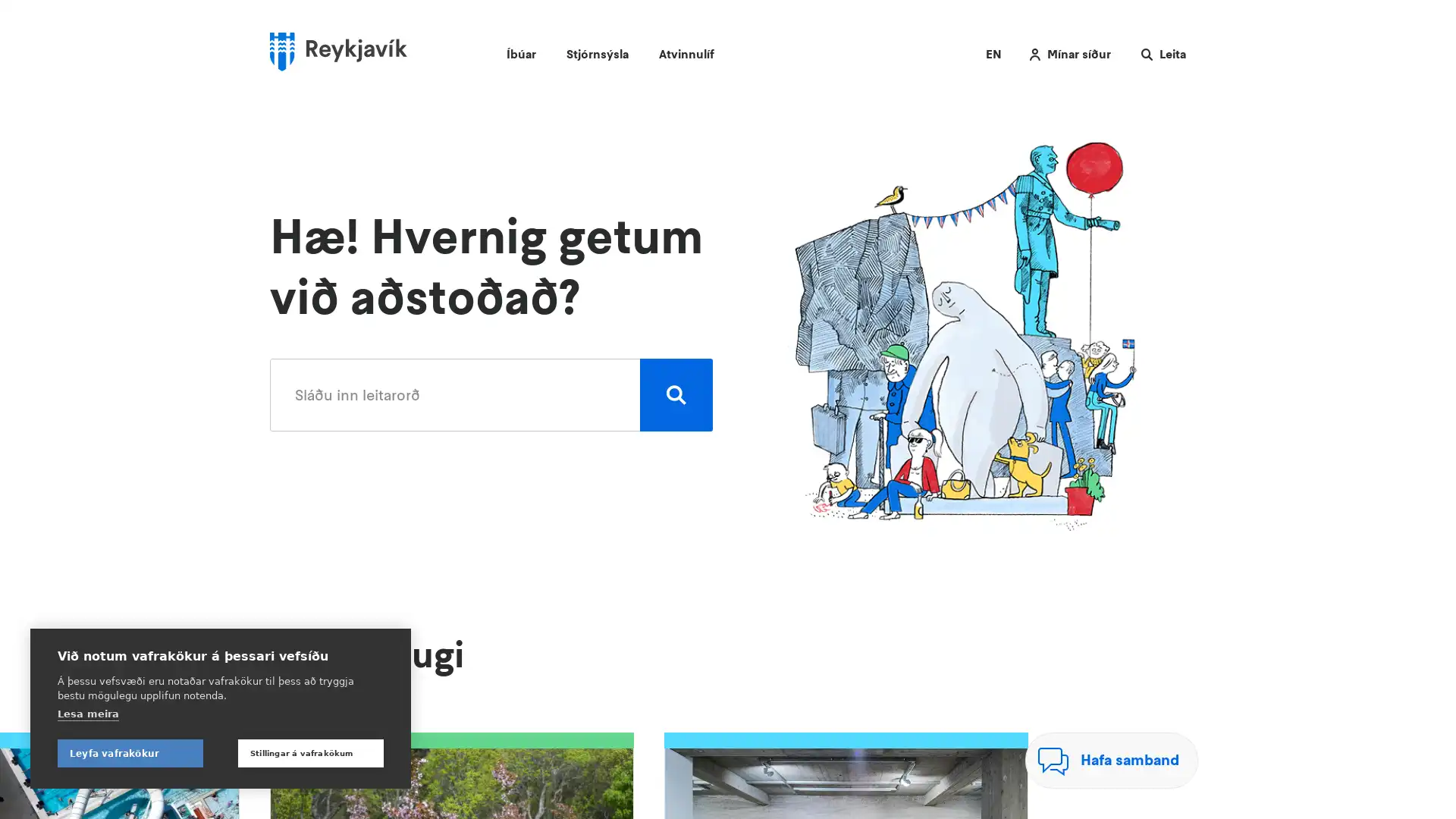  Describe the element at coordinates (521, 51) in the screenshot. I see `Ibuar` at that location.